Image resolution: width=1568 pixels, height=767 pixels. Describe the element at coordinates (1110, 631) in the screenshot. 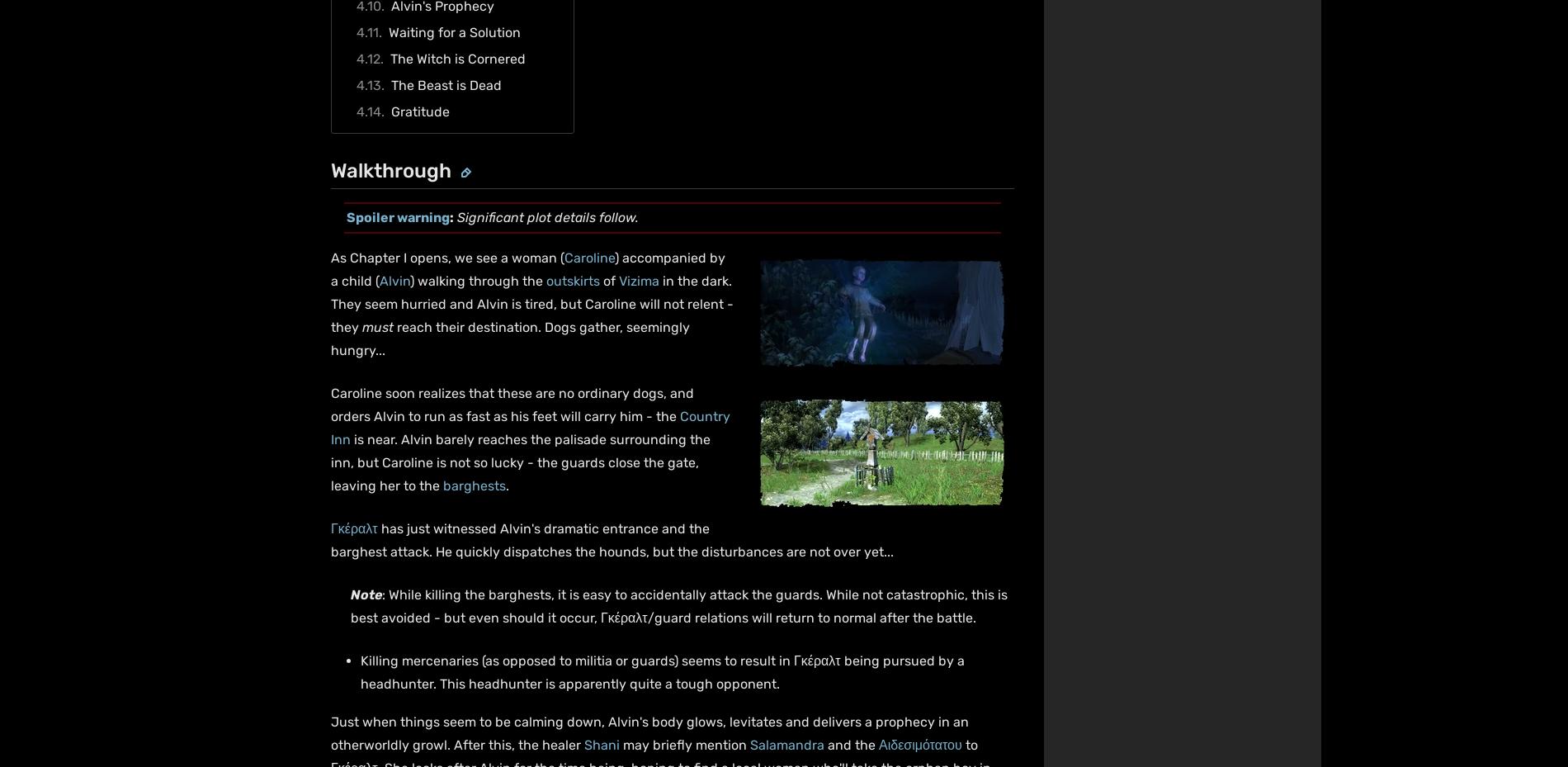

I see `'Take your favorite fandoms with you and never miss a beat.'` at that location.